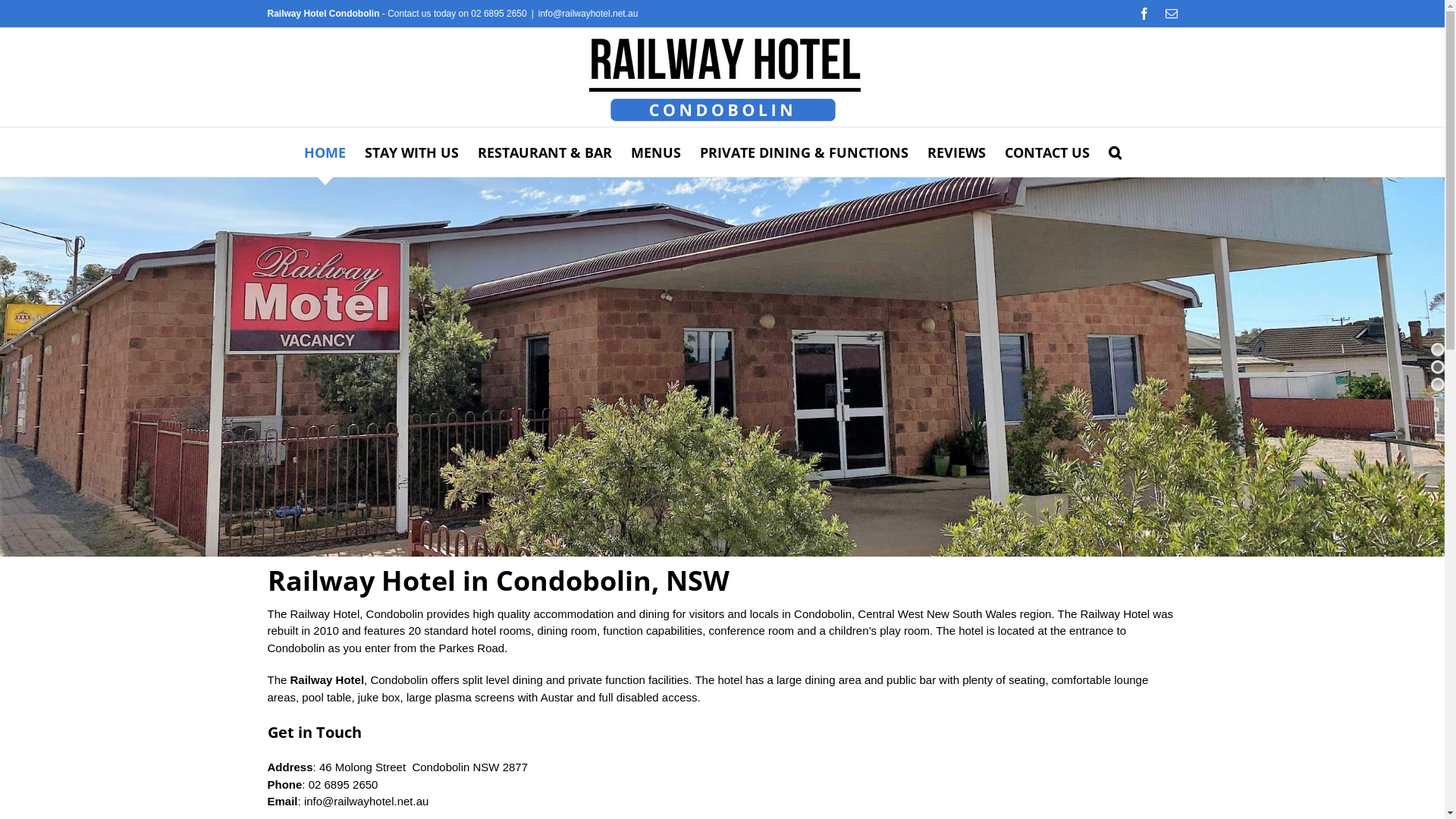  Describe the element at coordinates (1115, 152) in the screenshot. I see `'Search'` at that location.